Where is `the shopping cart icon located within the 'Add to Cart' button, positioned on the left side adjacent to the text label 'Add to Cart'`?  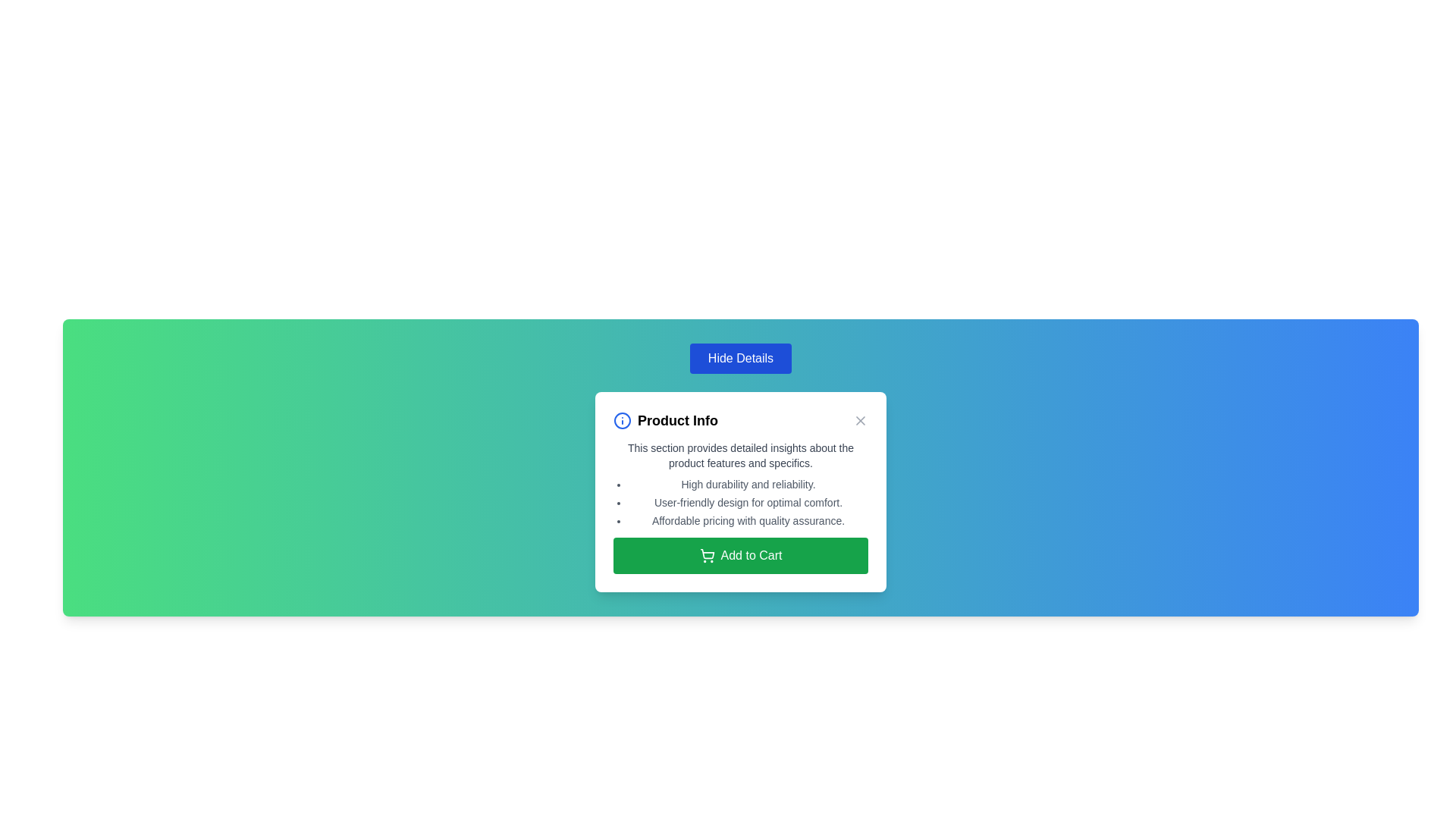
the shopping cart icon located within the 'Add to Cart' button, positioned on the left side adjacent to the text label 'Add to Cart' is located at coordinates (706, 555).